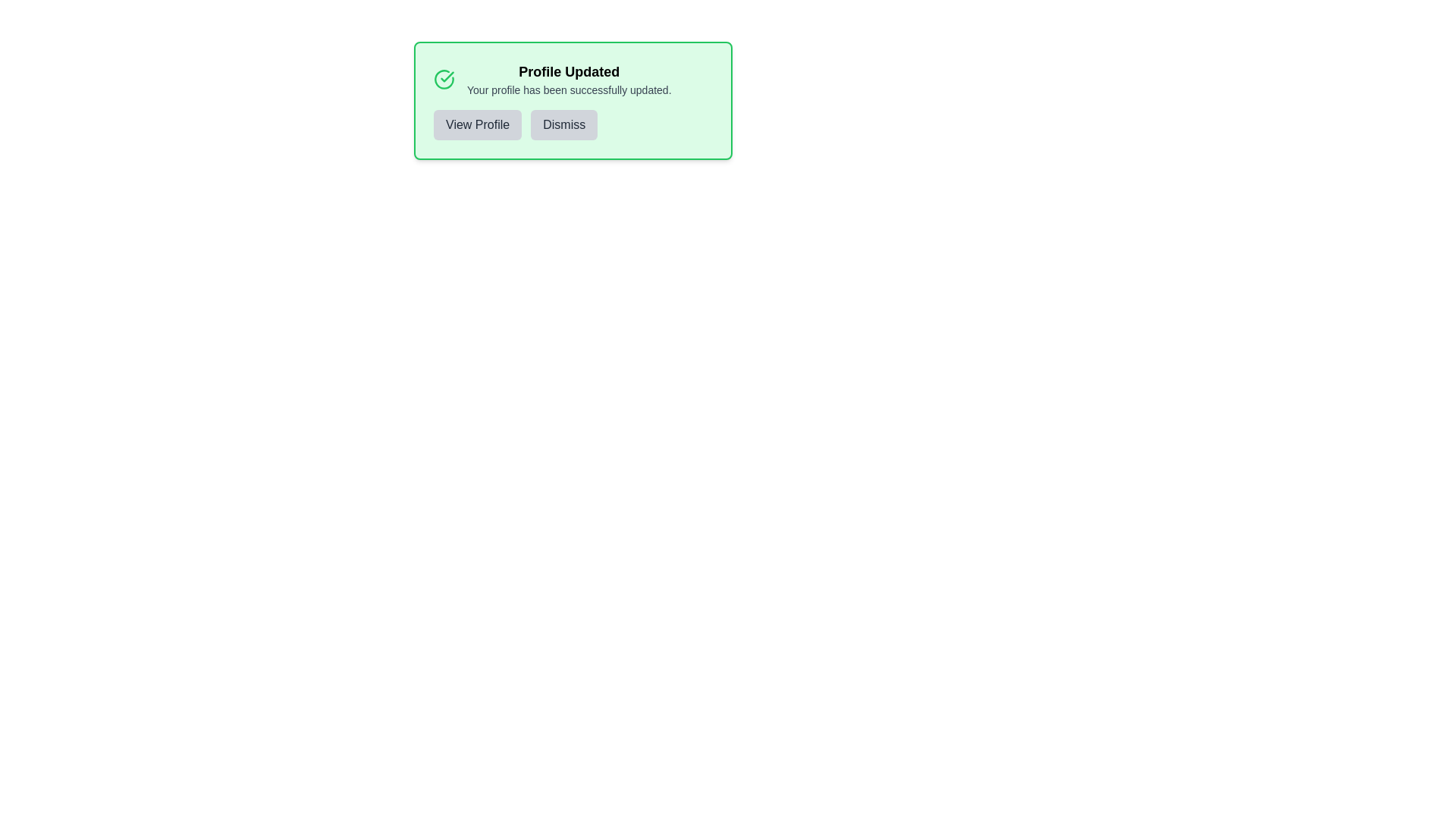 The width and height of the screenshot is (1456, 819). I want to click on text from the notification message element that indicates 'Profile Updated' and 'Your profile has been successfully updated.', so click(568, 79).